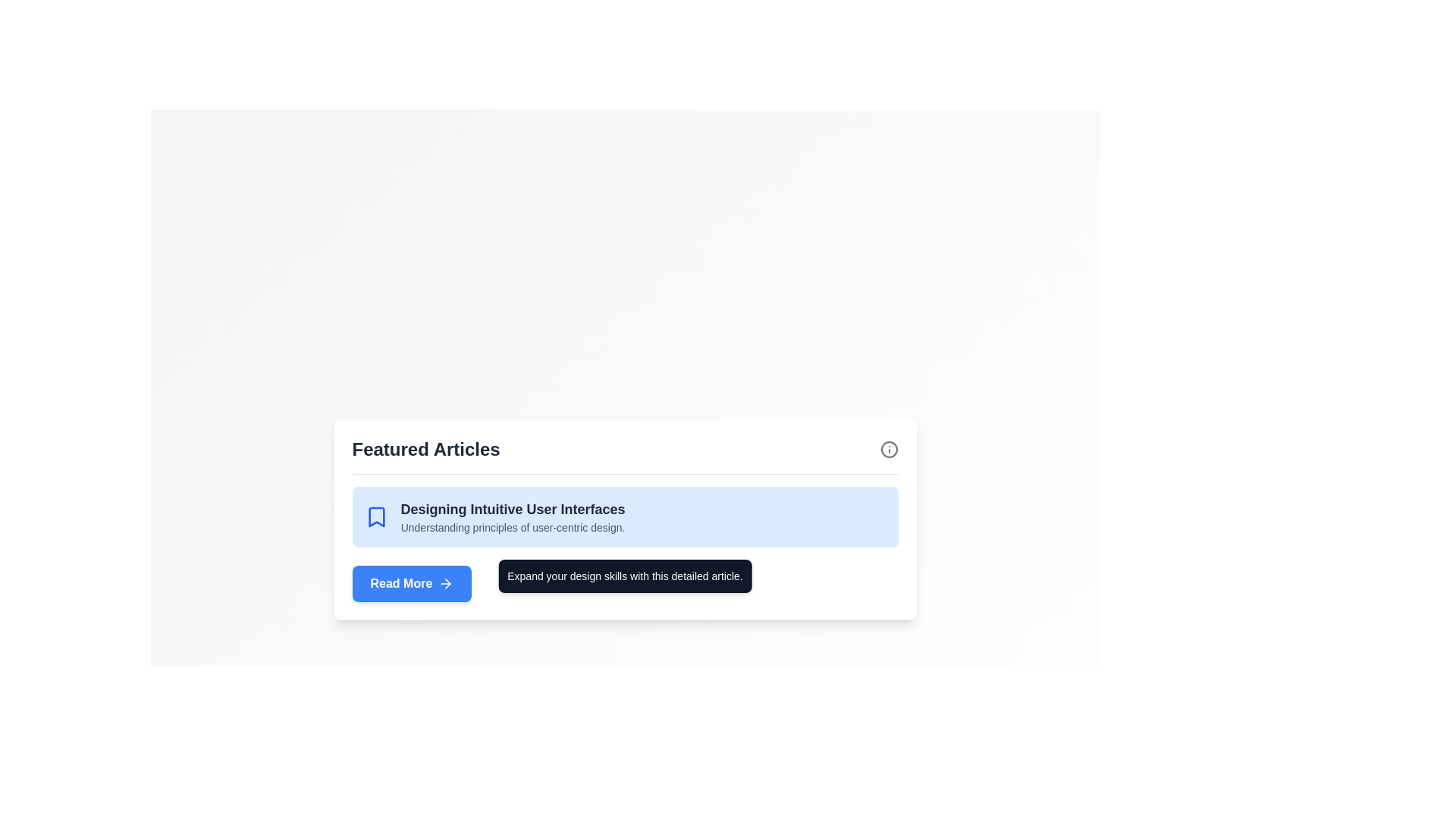  What do you see at coordinates (447, 582) in the screenshot?
I see `the small, right-pointing arrow icon located within the blue 'Read More' button under the 'Featured Articles' heading` at bounding box center [447, 582].